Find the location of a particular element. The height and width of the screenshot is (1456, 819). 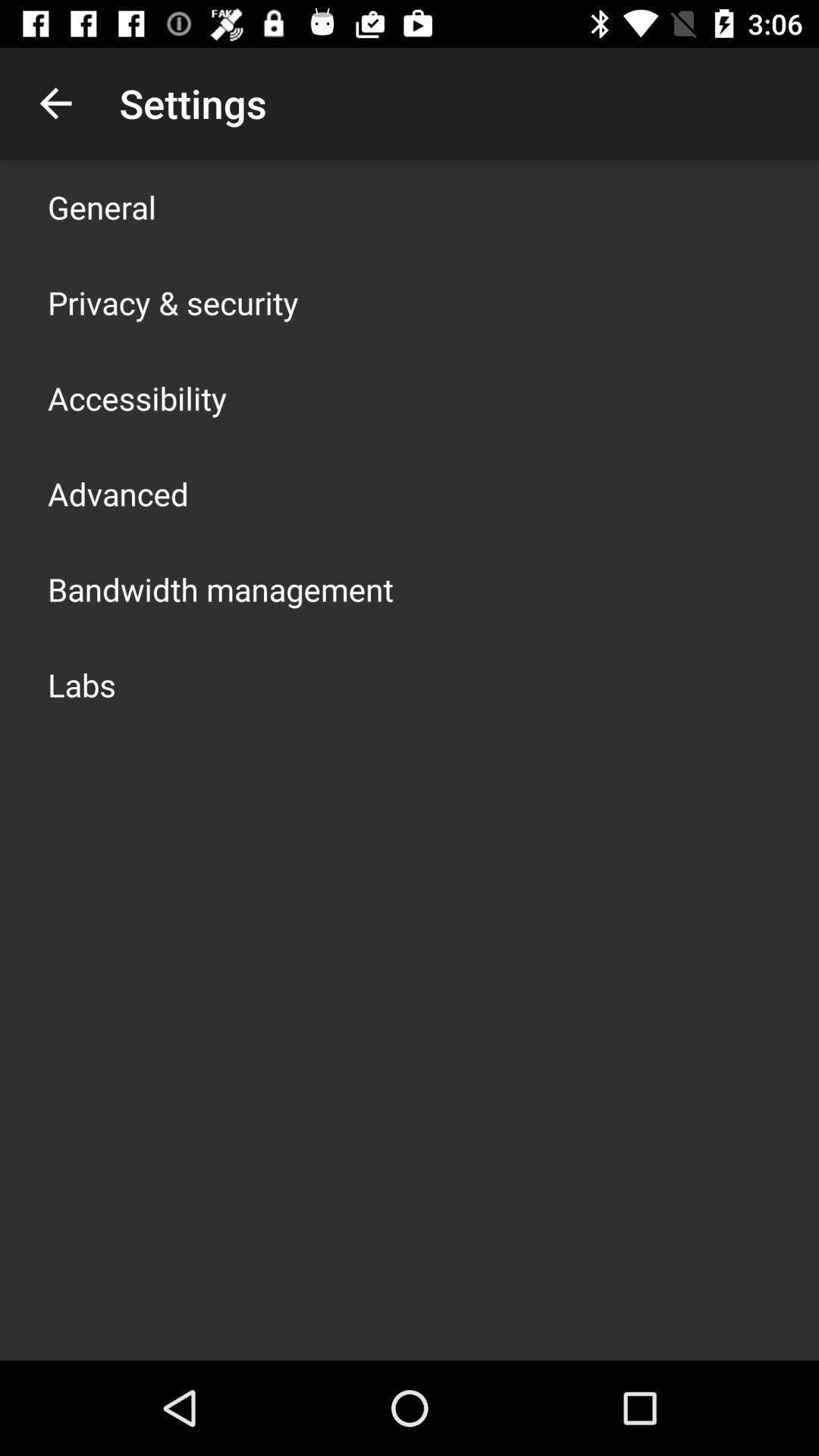

the app to the left of settings icon is located at coordinates (55, 102).